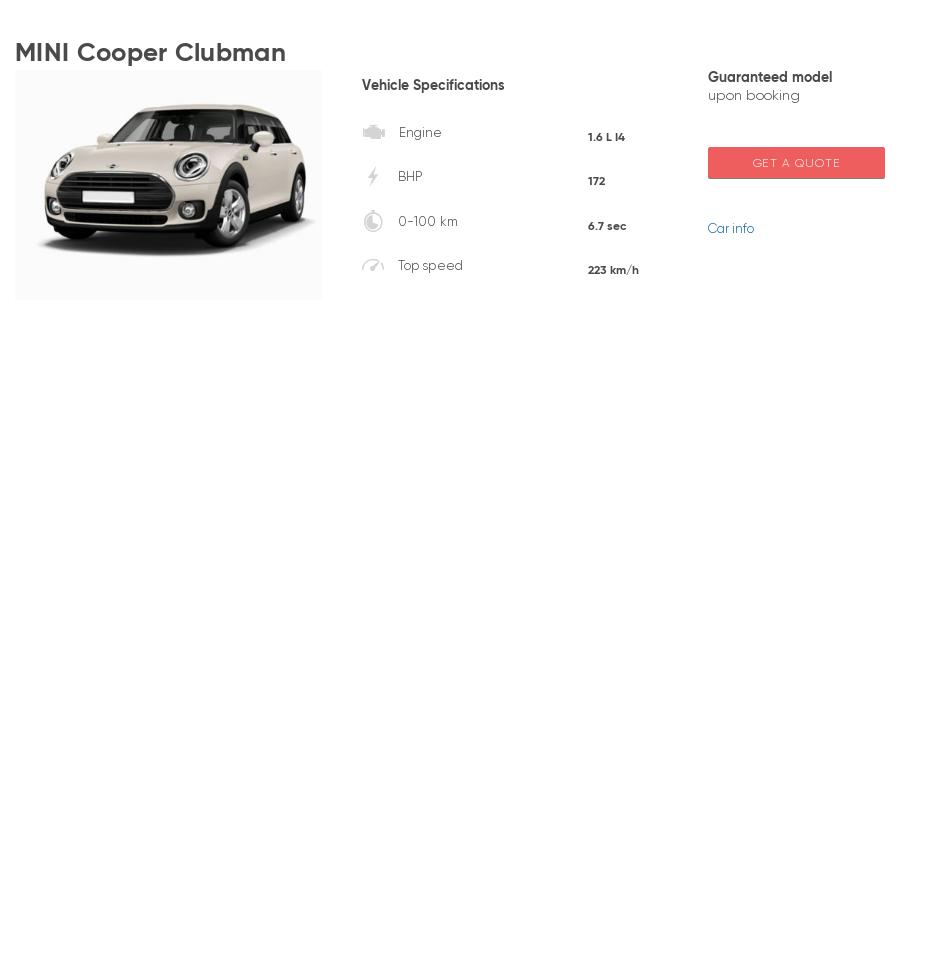  I want to click on 'Bentley', so click(624, 380).